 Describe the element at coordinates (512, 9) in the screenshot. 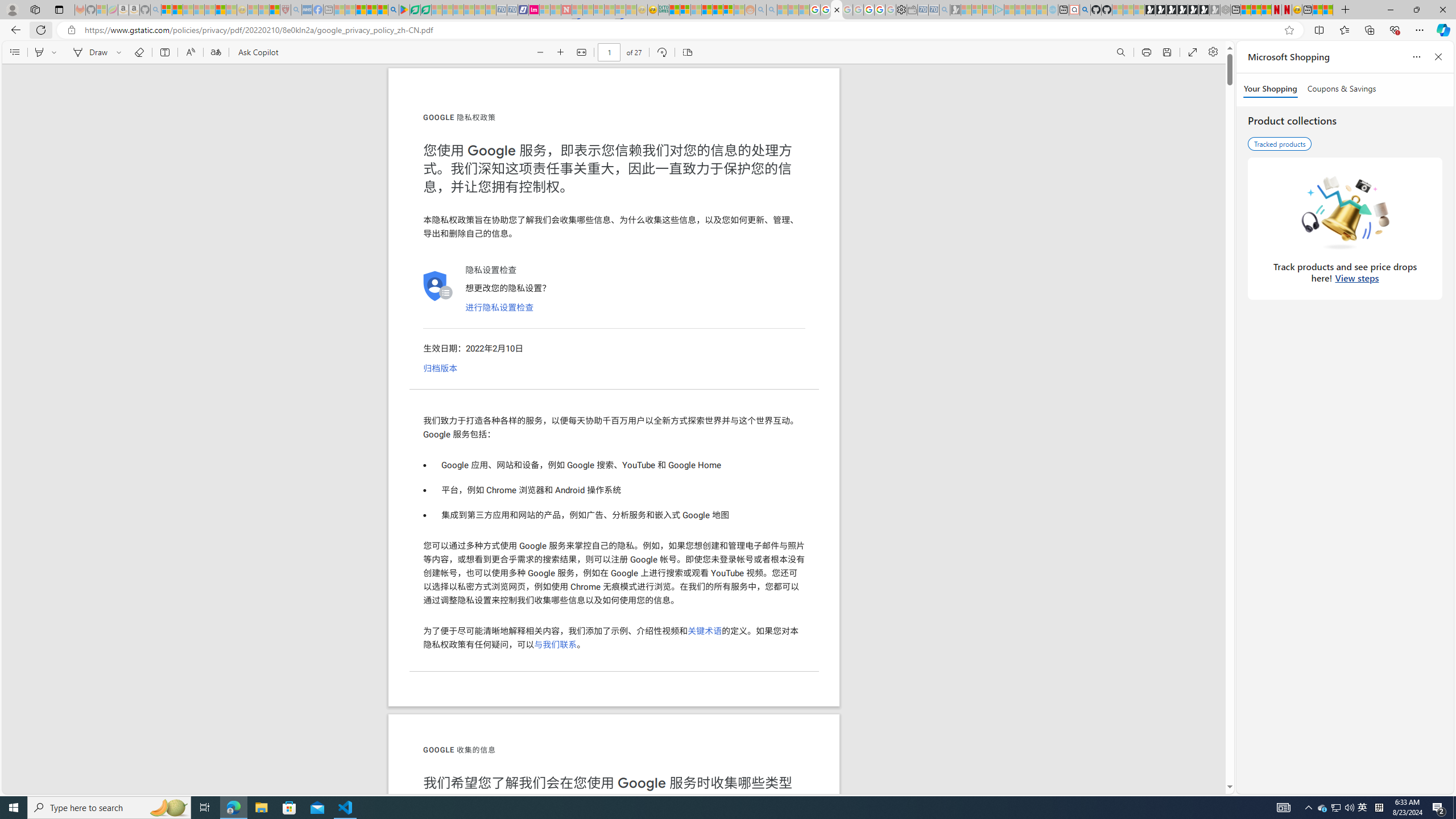

I see `'Cheap Hotels - Save70.com - Sleeping'` at that location.